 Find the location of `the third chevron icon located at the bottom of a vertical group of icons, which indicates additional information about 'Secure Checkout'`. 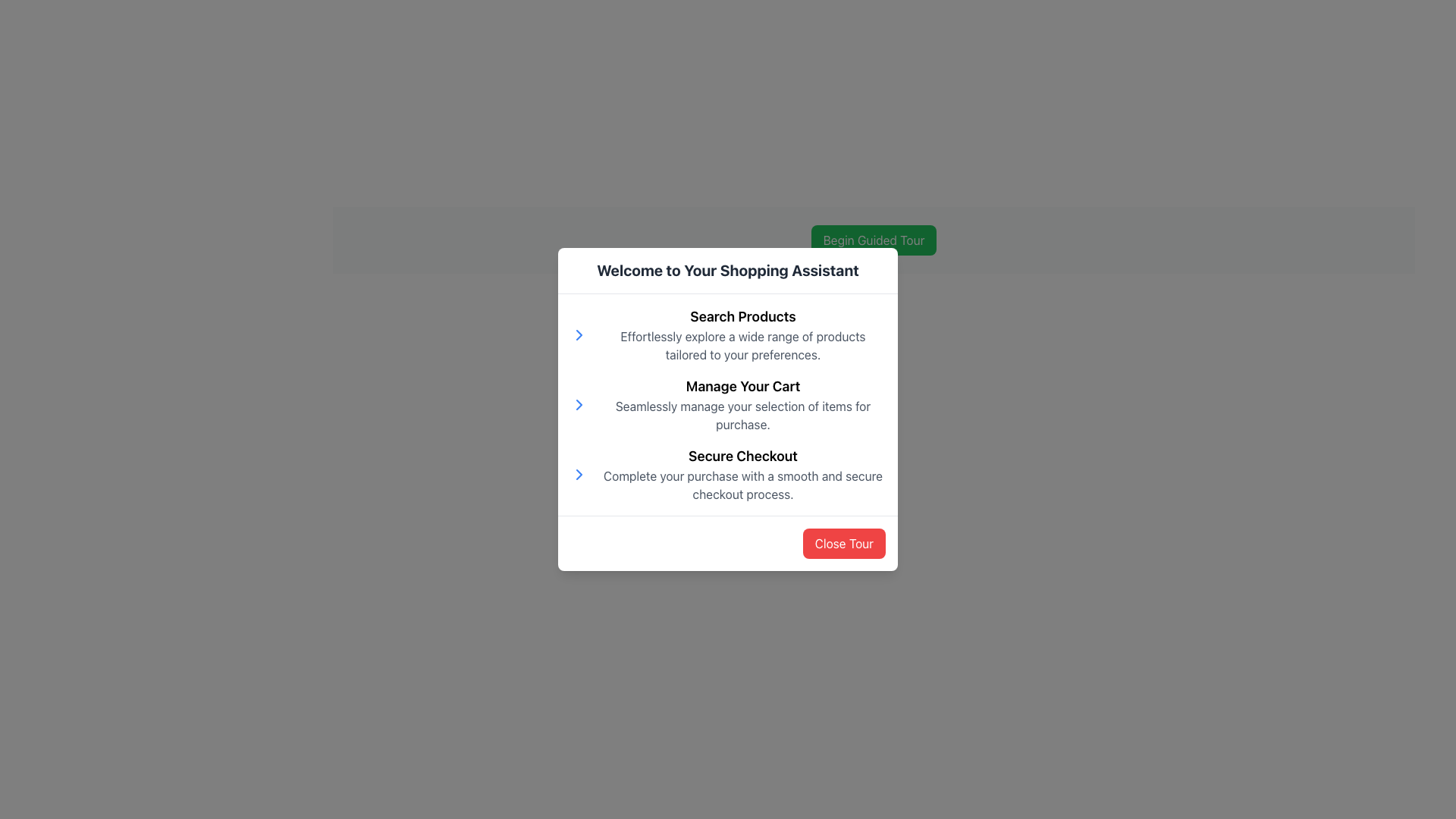

the third chevron icon located at the bottom of a vertical group of icons, which indicates additional information about 'Secure Checkout' is located at coordinates (578, 473).